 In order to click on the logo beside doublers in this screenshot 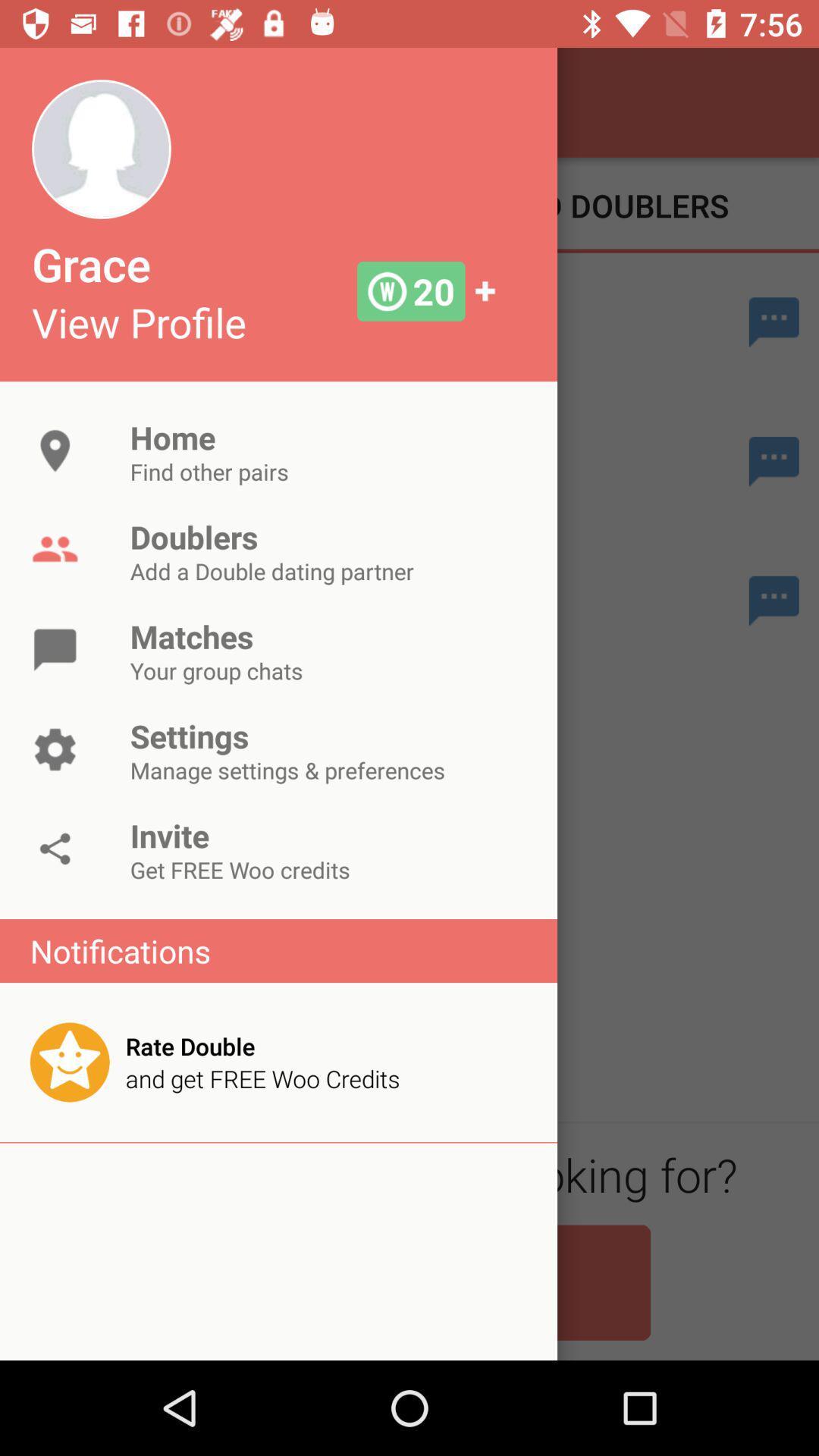, I will do `click(55, 549)`.